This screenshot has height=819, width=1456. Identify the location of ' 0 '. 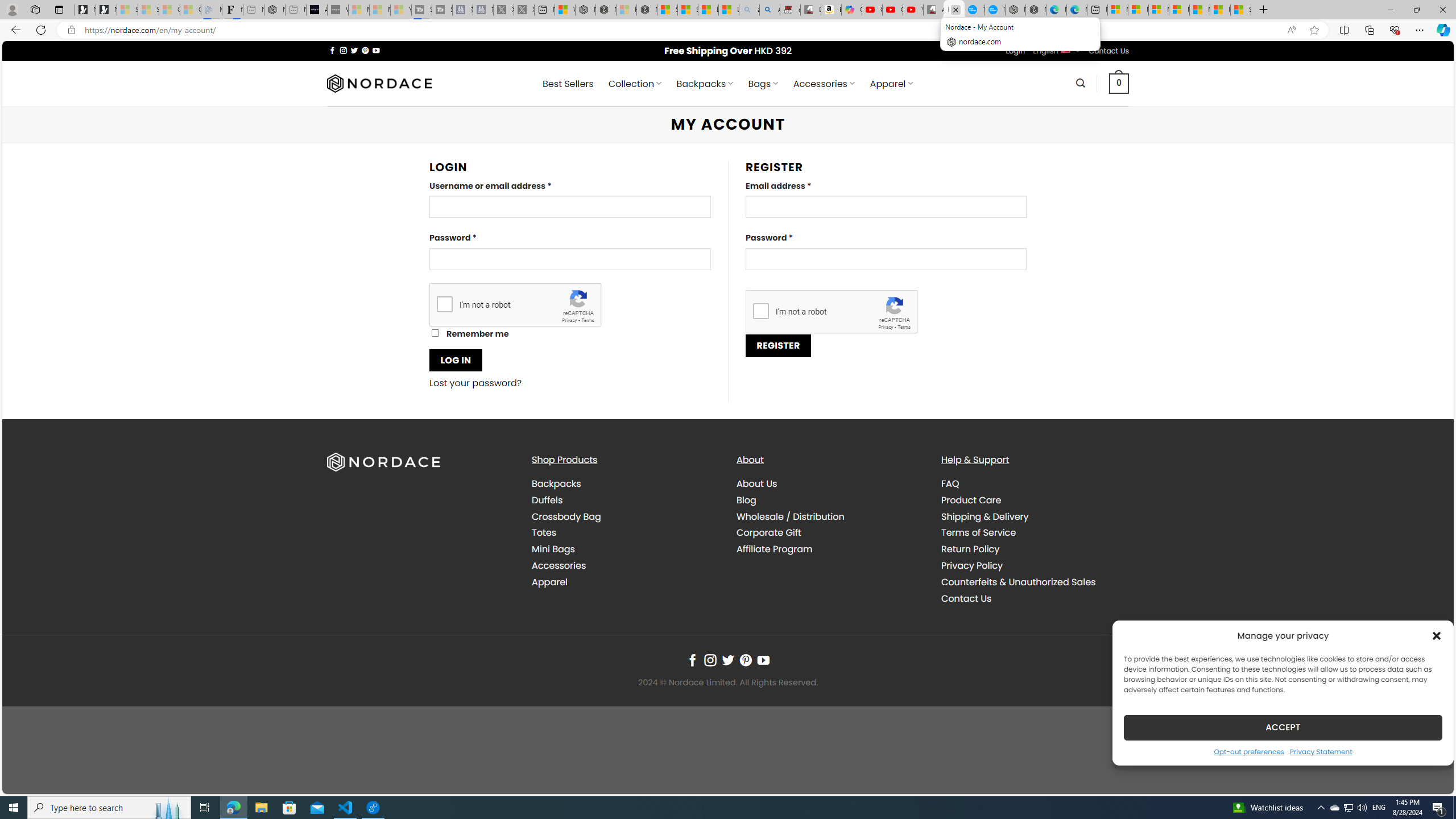
(1118, 82).